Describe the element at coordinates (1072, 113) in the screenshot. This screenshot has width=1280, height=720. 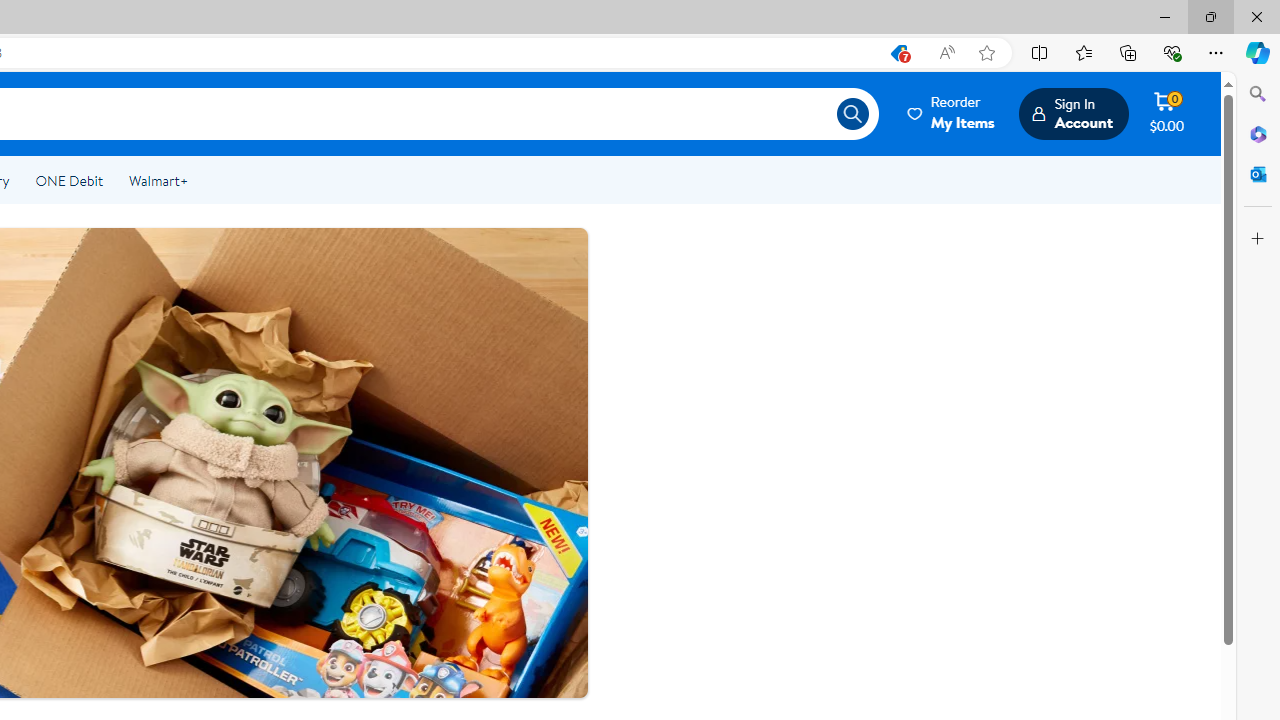
I see `'Sign InAccount'` at that location.